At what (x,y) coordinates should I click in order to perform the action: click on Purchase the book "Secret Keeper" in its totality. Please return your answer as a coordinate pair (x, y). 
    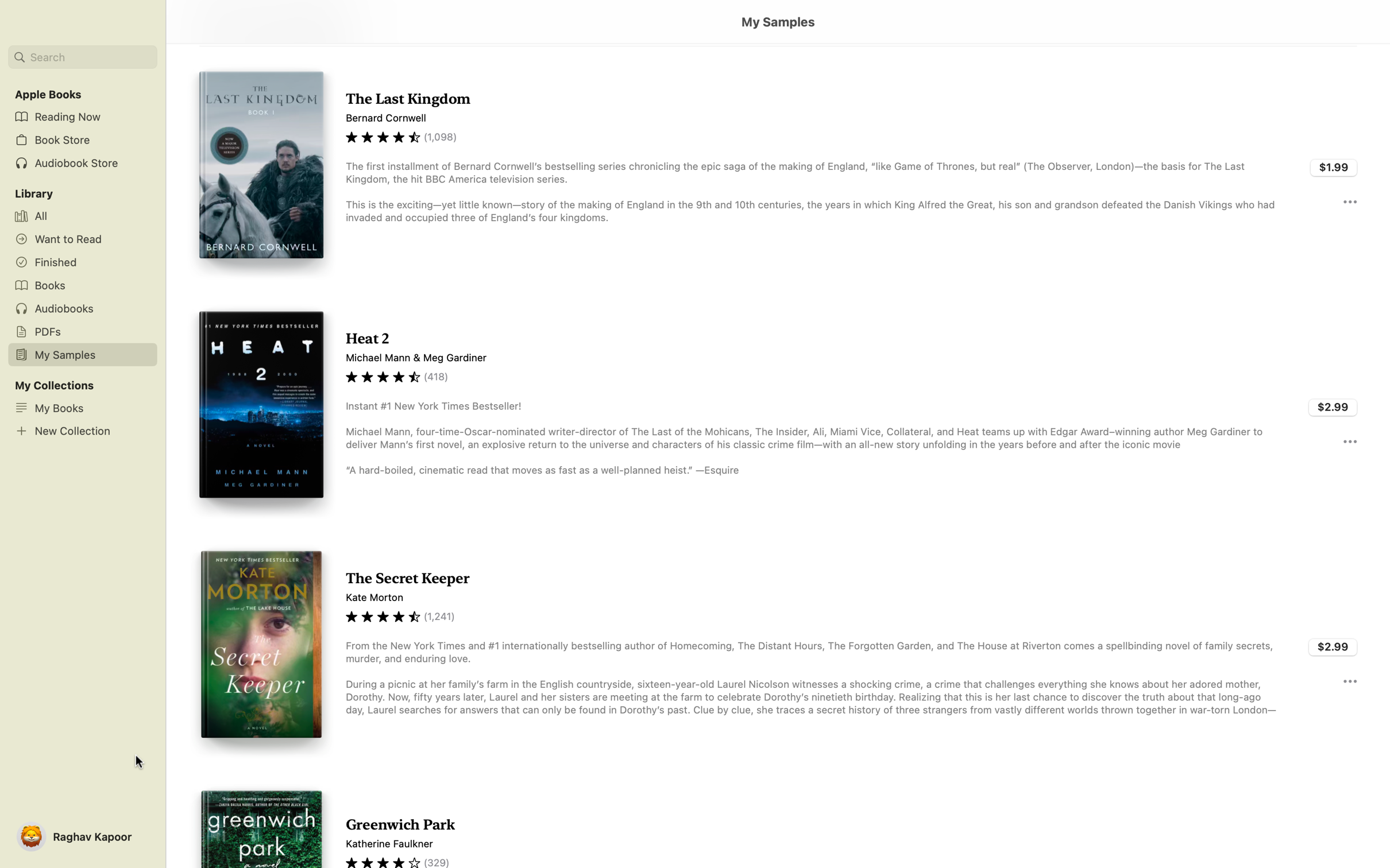
    Looking at the image, I should click on (1333, 645).